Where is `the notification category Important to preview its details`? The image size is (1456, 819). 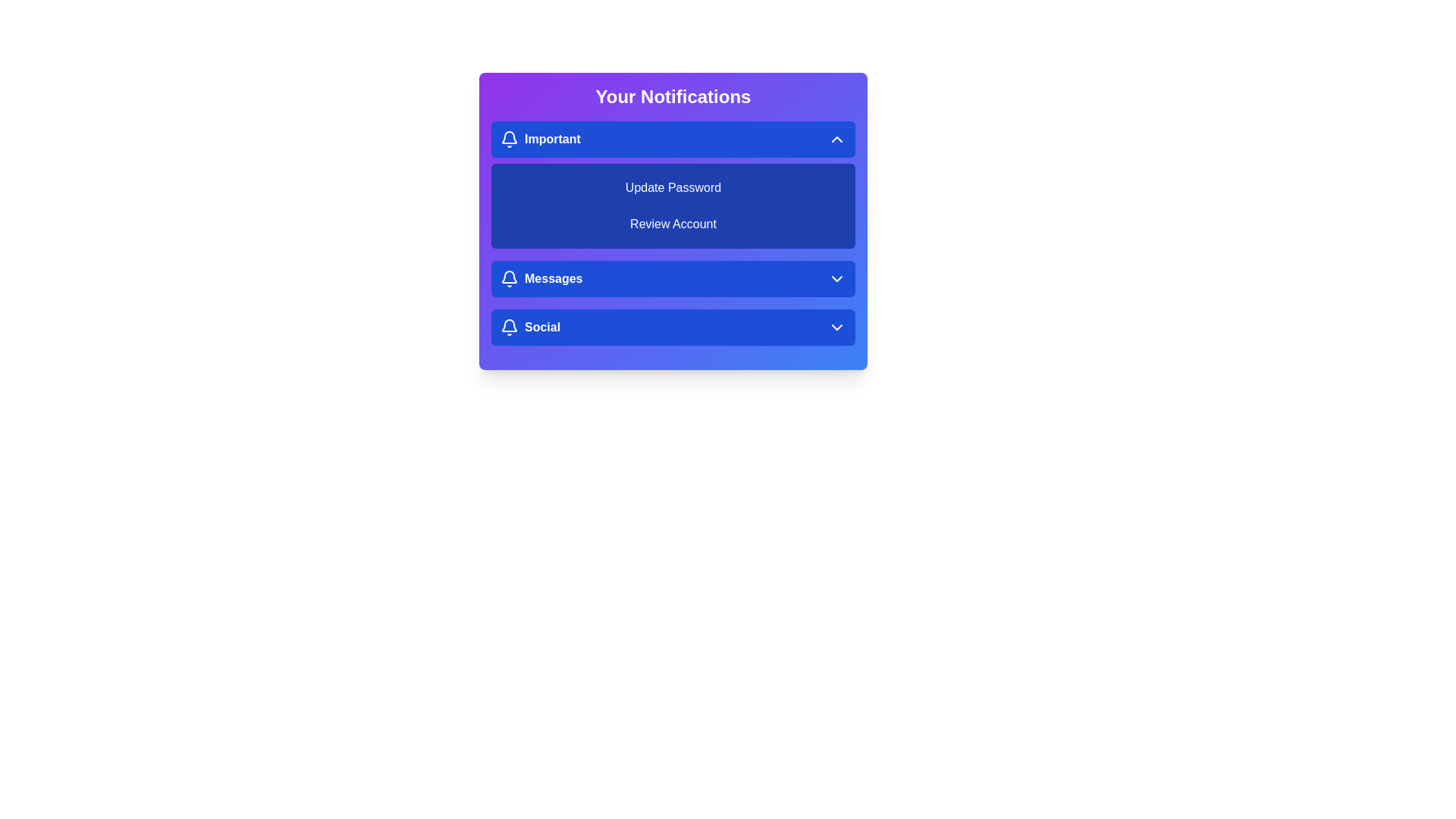 the notification category Important to preview its details is located at coordinates (673, 140).